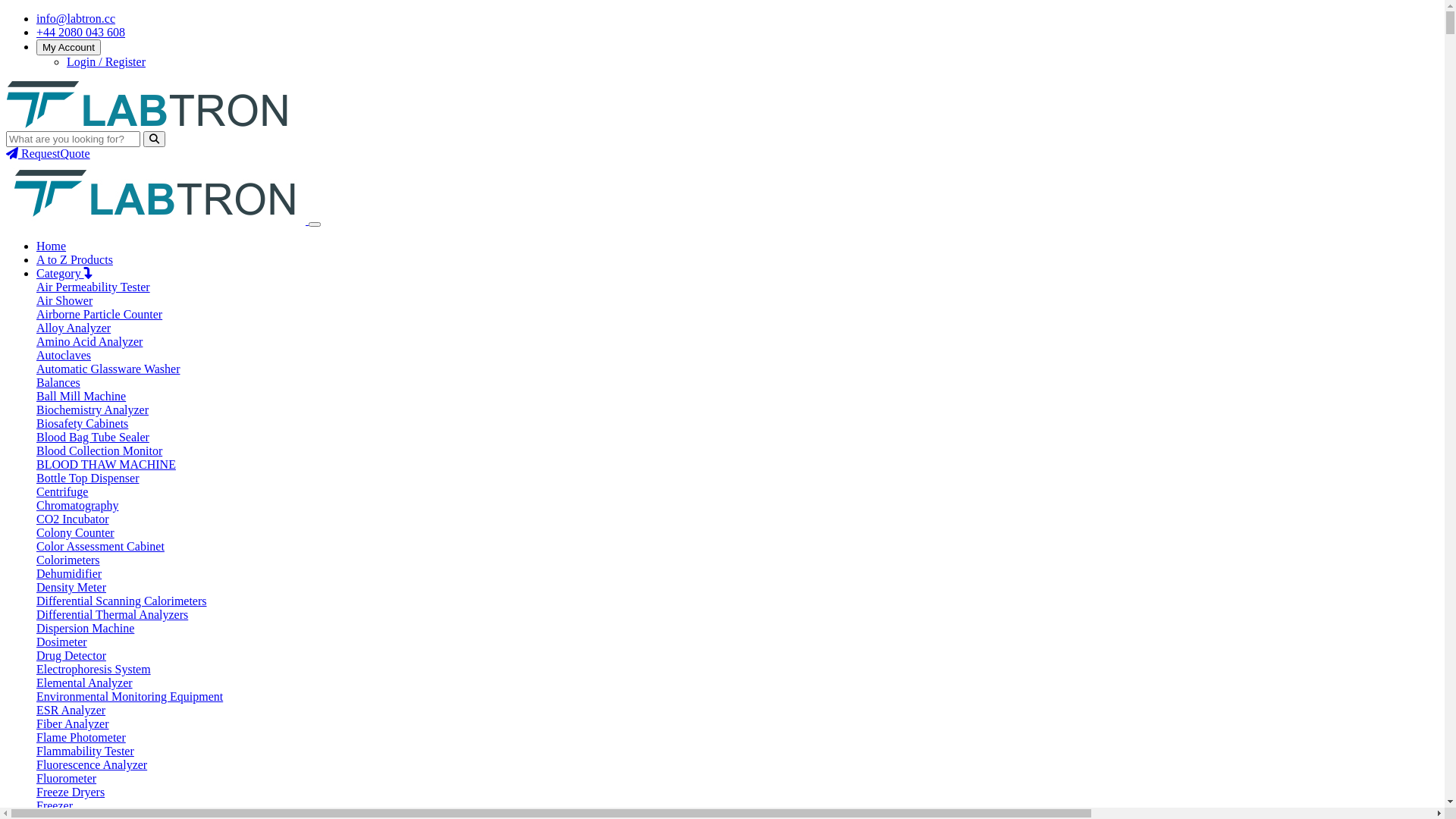 The height and width of the screenshot is (819, 1456). What do you see at coordinates (76, 505) in the screenshot?
I see `'Chromatography'` at bounding box center [76, 505].